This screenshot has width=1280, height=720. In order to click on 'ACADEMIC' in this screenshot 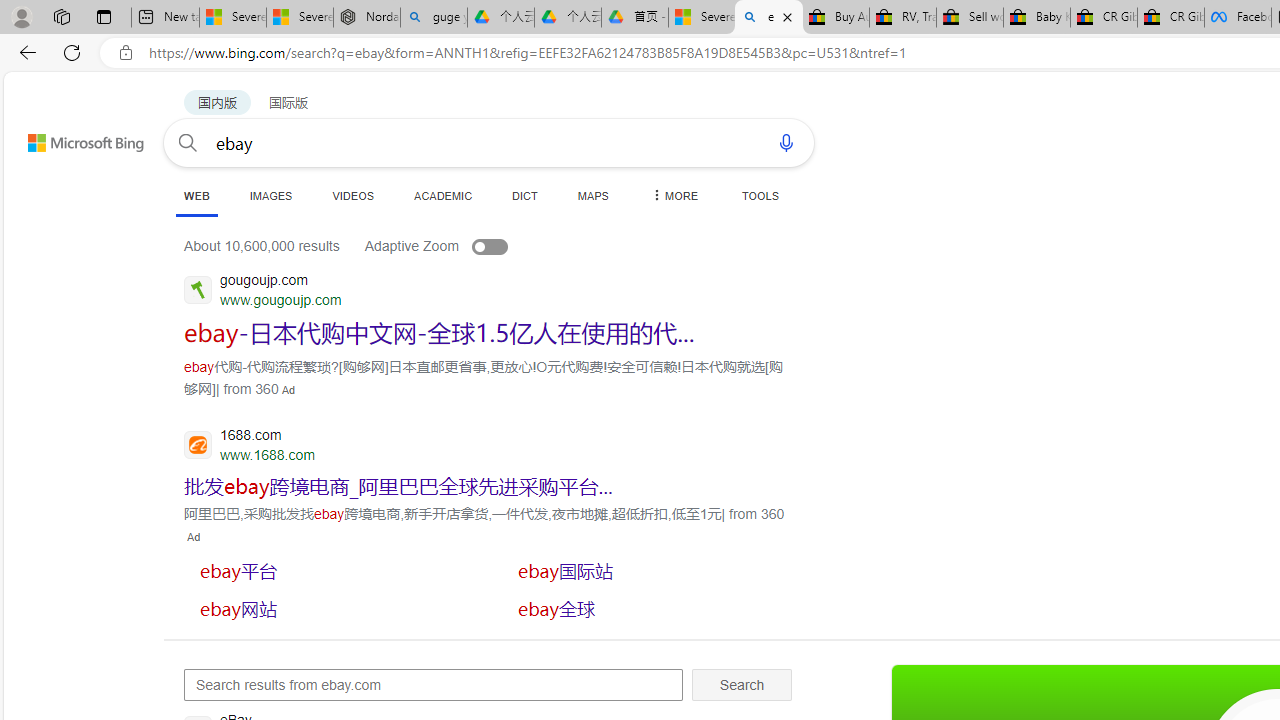, I will do `click(442, 195)`.